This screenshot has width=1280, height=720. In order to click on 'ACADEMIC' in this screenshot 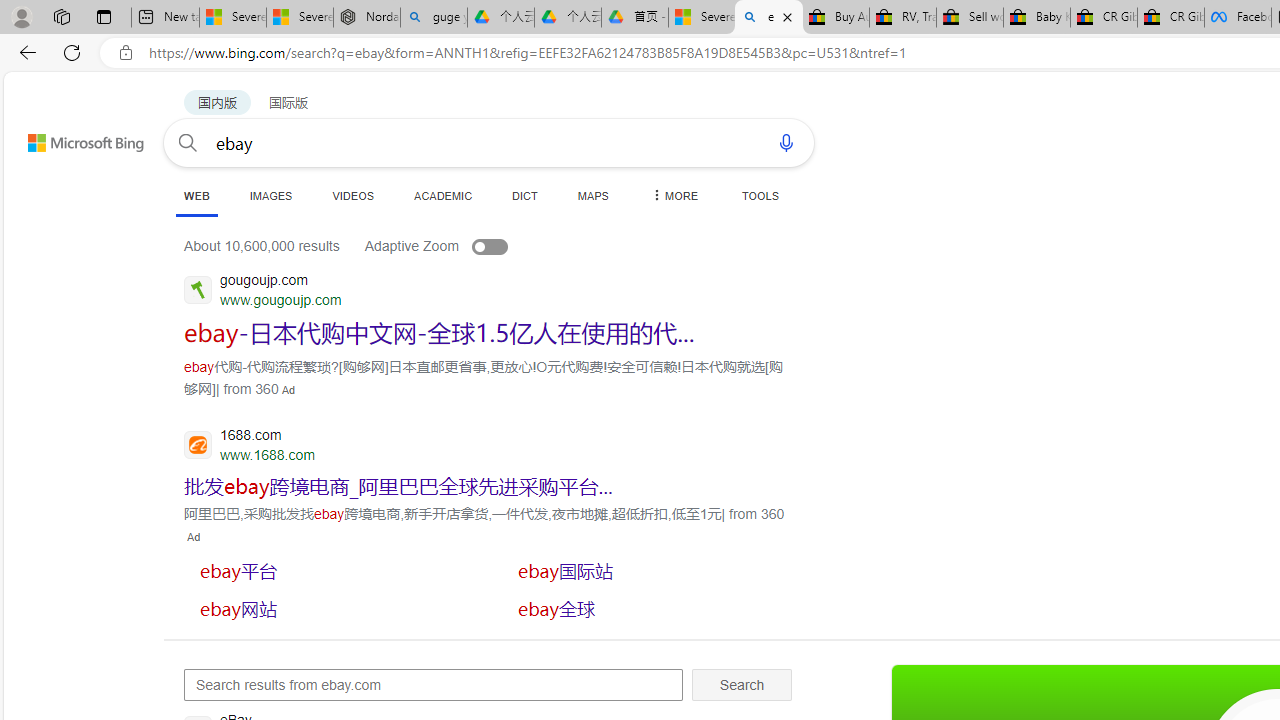, I will do `click(442, 195)`.